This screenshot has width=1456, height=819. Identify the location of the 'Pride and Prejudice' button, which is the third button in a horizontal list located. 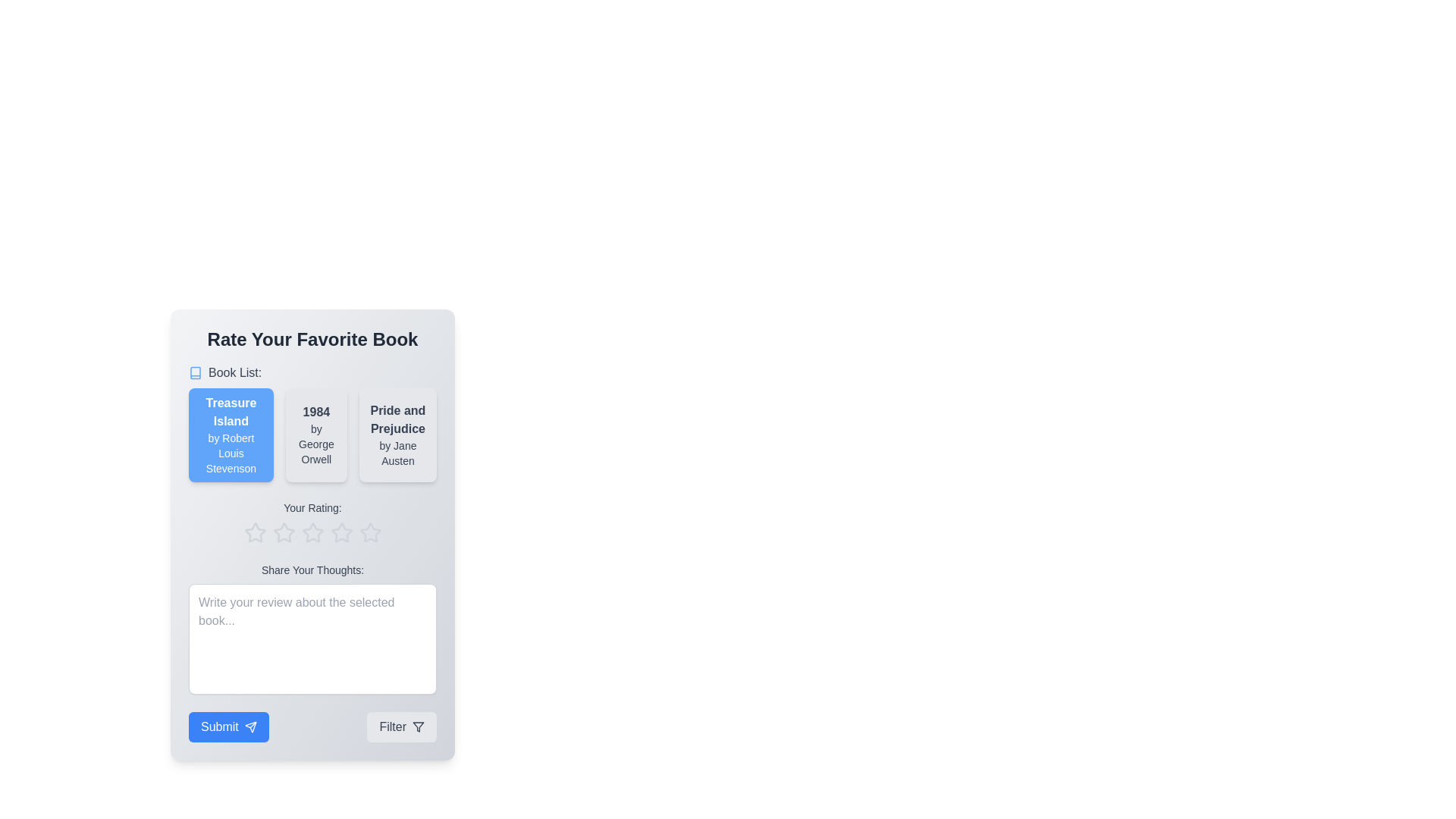
(397, 435).